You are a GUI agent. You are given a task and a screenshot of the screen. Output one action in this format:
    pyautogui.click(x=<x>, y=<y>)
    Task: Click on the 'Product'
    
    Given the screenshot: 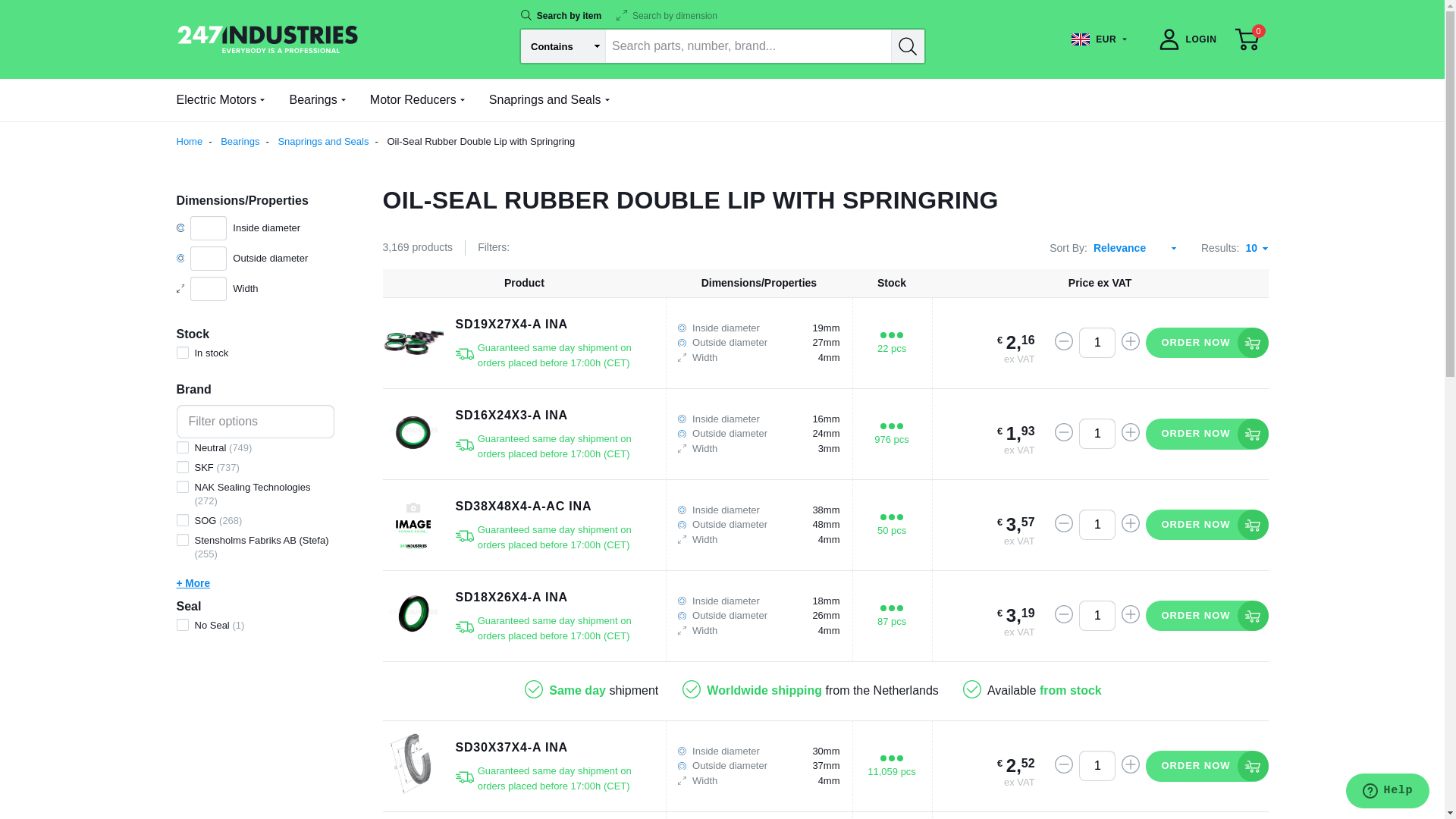 What is the action you would take?
    pyautogui.click(x=524, y=282)
    